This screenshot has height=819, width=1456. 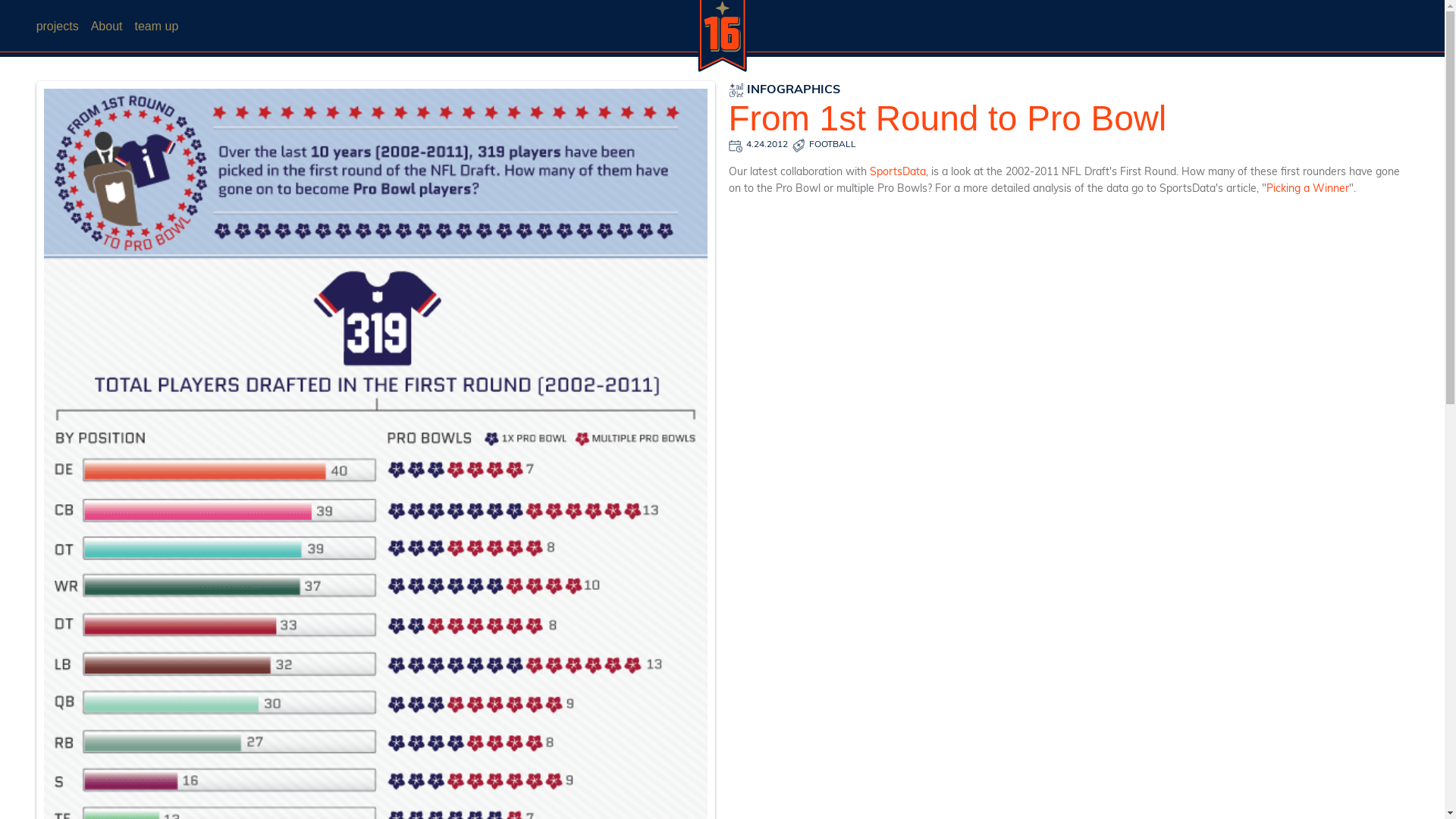 I want to click on 'FOOTBALL', so click(x=804, y=145).